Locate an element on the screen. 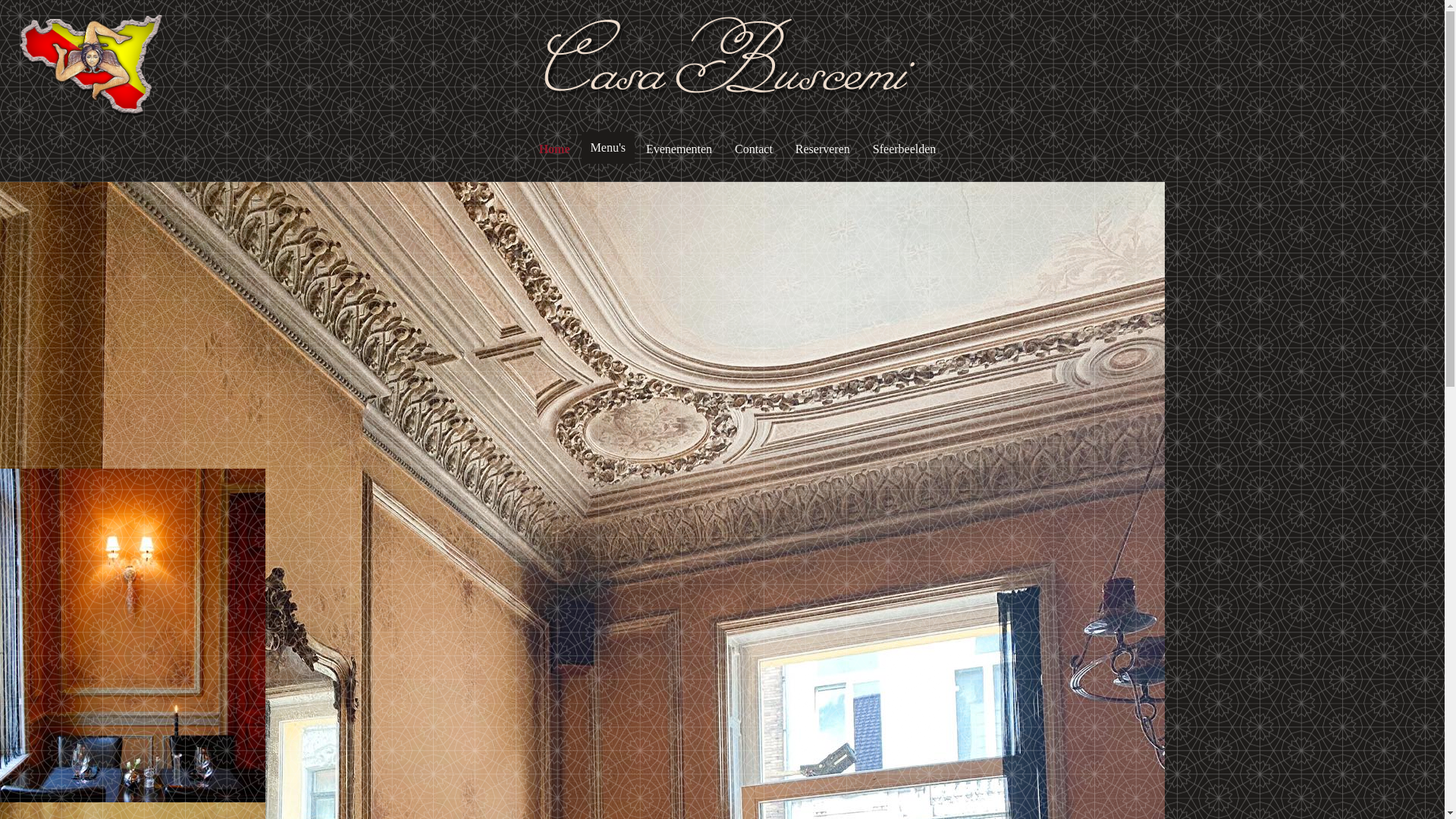 The image size is (1456, 819). 'Contact' is located at coordinates (731, 149).